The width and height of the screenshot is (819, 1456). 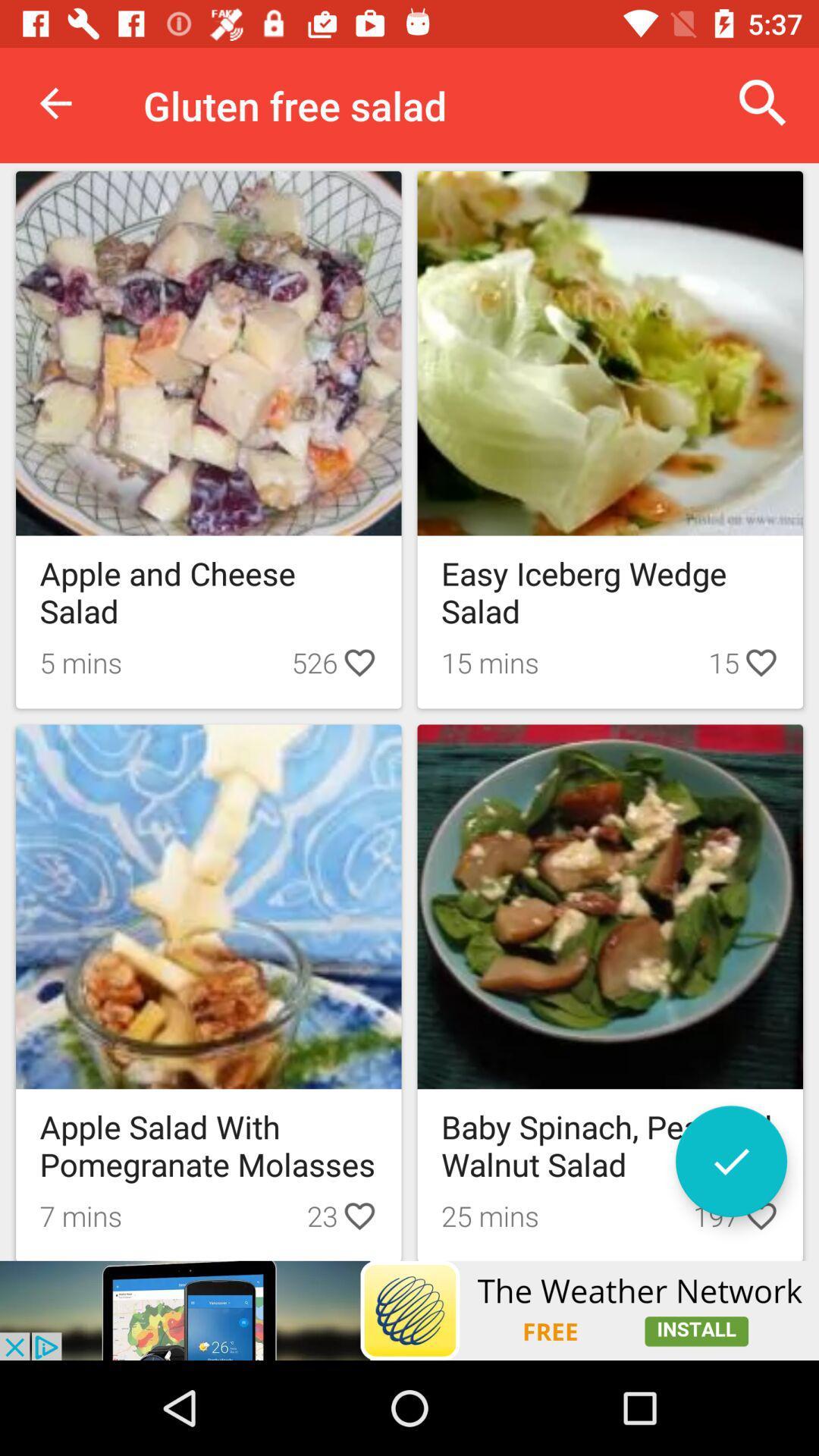 What do you see at coordinates (409, 1310) in the screenshot?
I see `advertisement page` at bounding box center [409, 1310].